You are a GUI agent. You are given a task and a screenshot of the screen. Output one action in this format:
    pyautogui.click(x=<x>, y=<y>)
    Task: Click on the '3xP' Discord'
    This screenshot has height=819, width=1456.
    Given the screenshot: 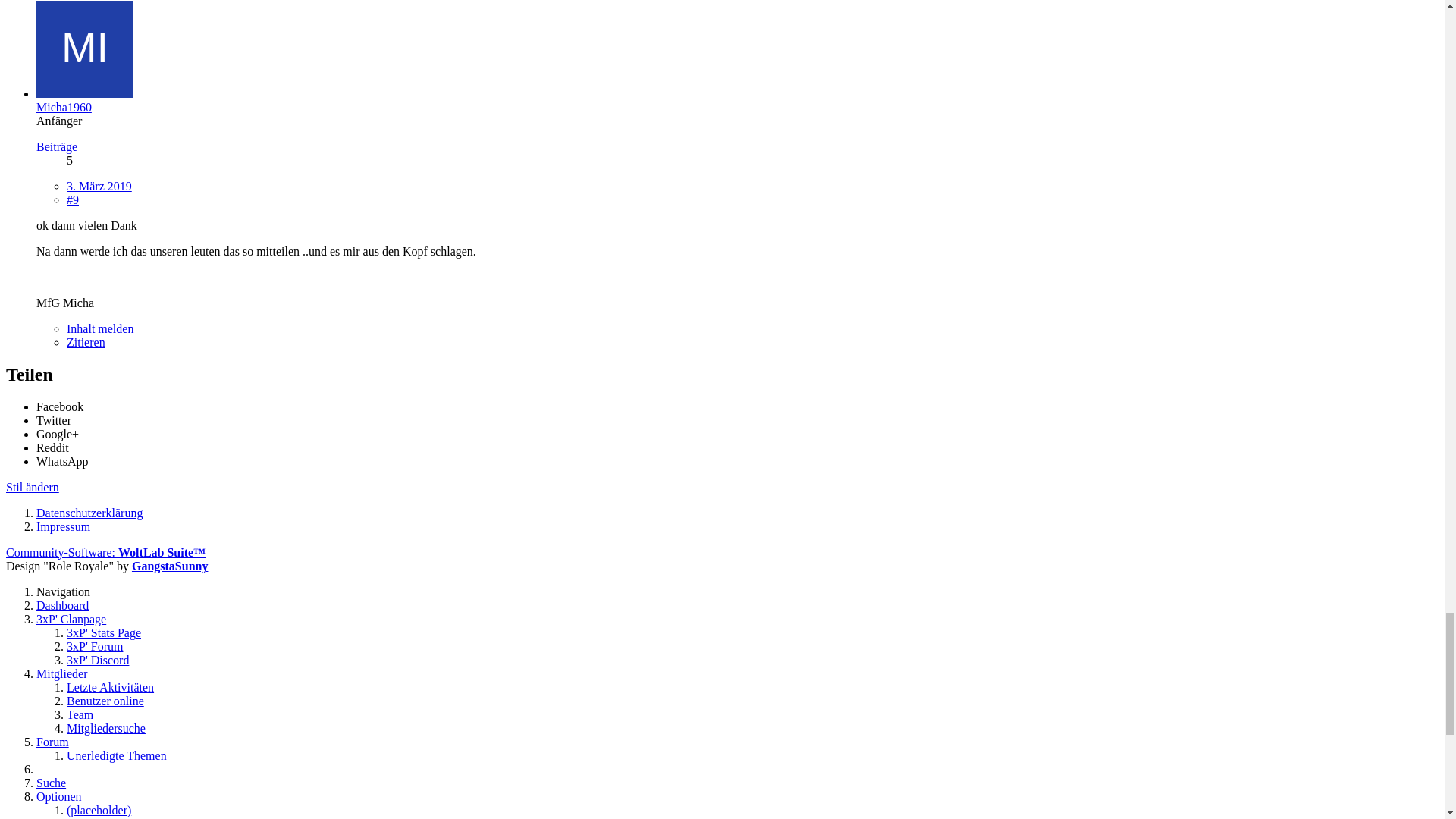 What is the action you would take?
    pyautogui.click(x=97, y=73)
    